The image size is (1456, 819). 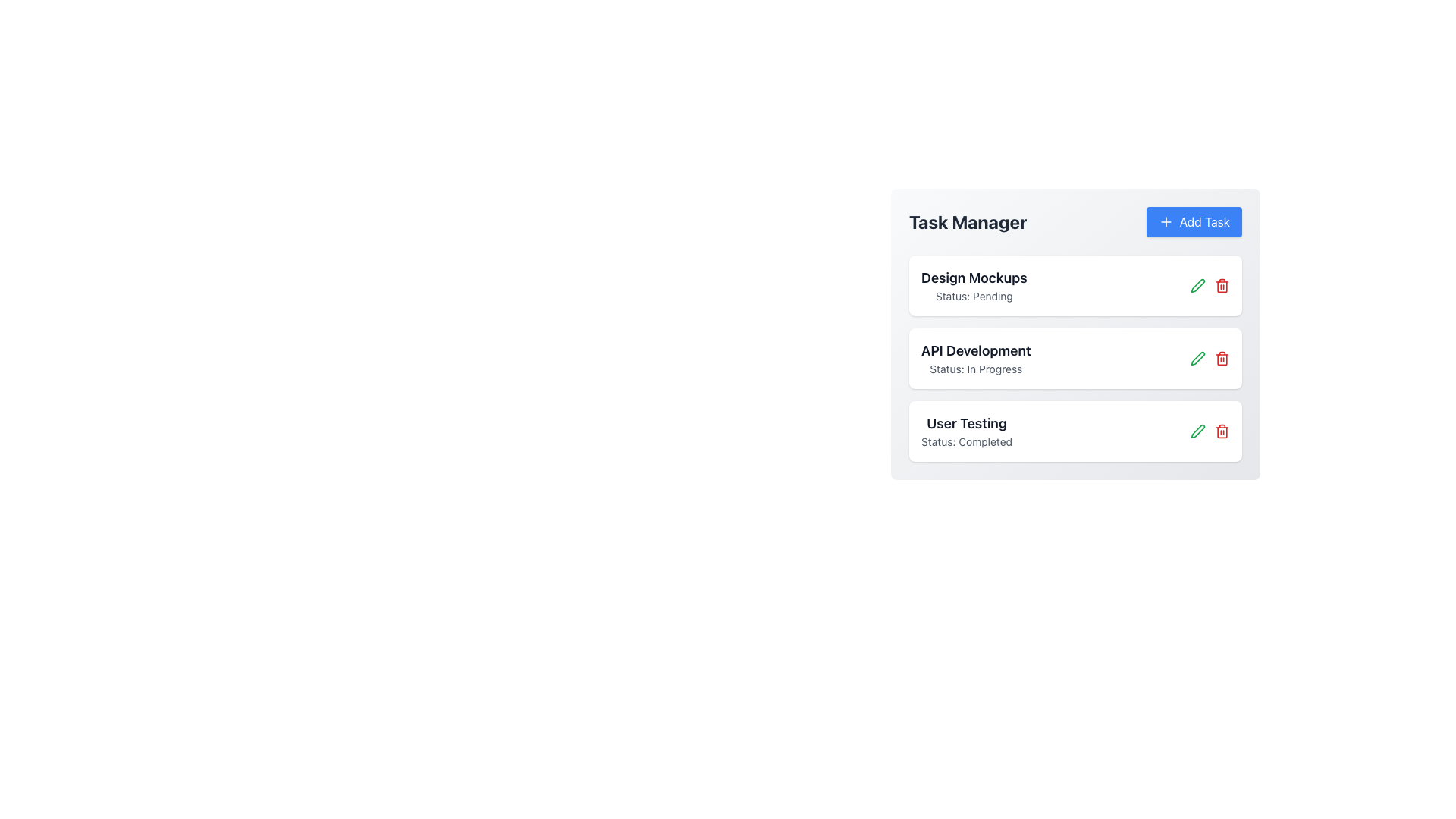 What do you see at coordinates (1222, 359) in the screenshot?
I see `the delete button for the task named 'API Development' located in the second task row of the task manager interface` at bounding box center [1222, 359].